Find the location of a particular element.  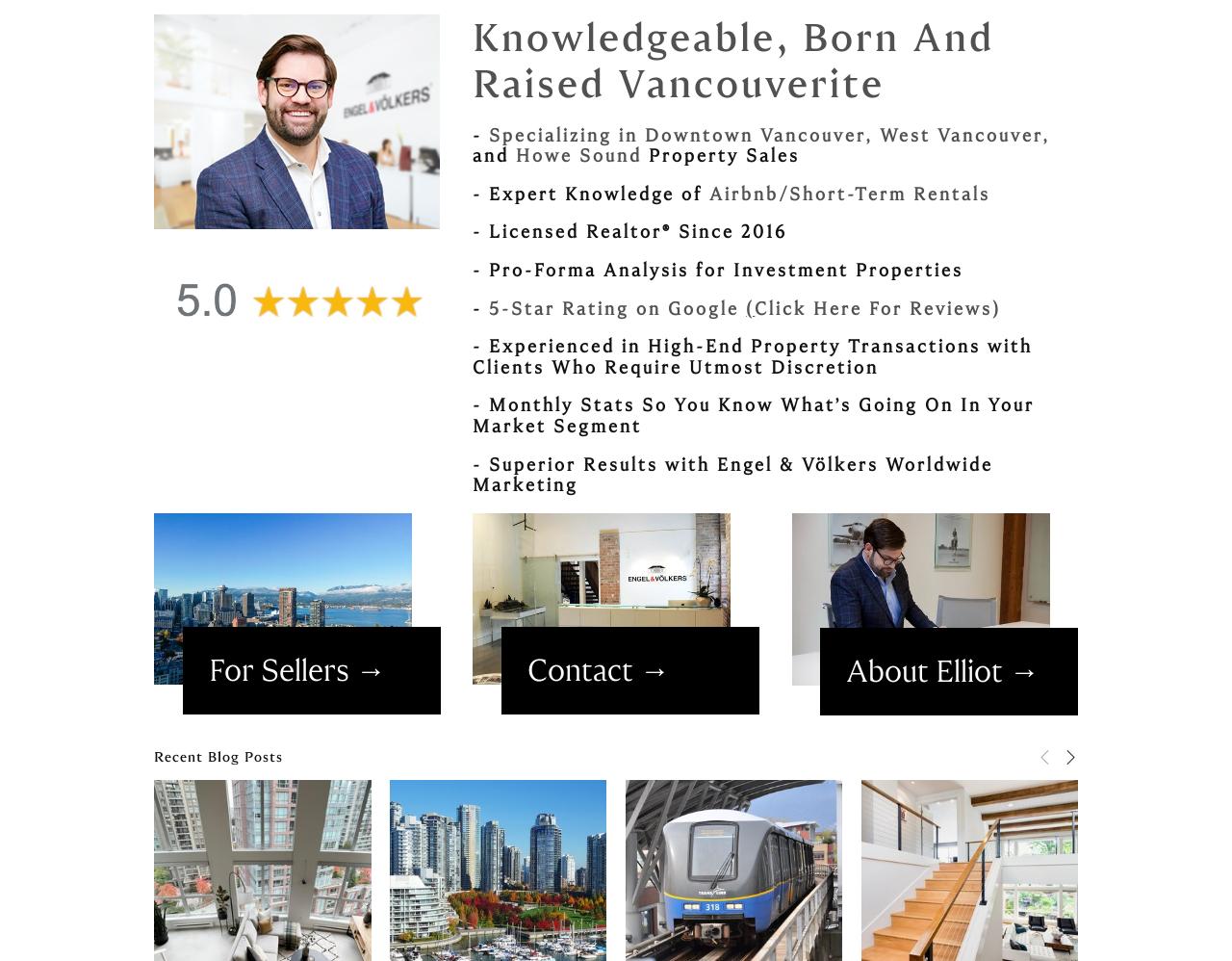

'Contact →' is located at coordinates (597, 669).